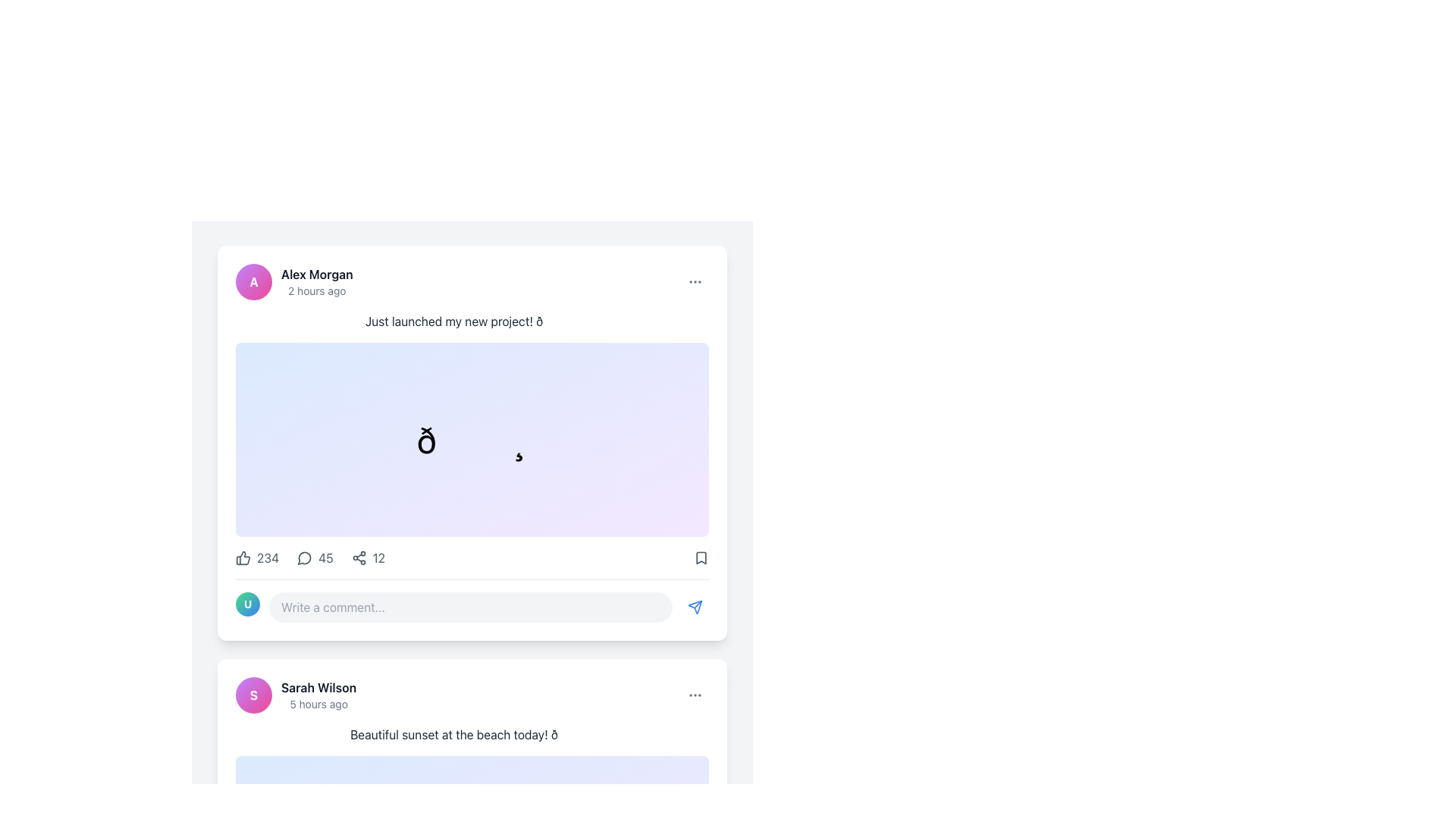 Image resolution: width=1456 pixels, height=819 pixels. I want to click on the ellipsis icon, so click(694, 281).